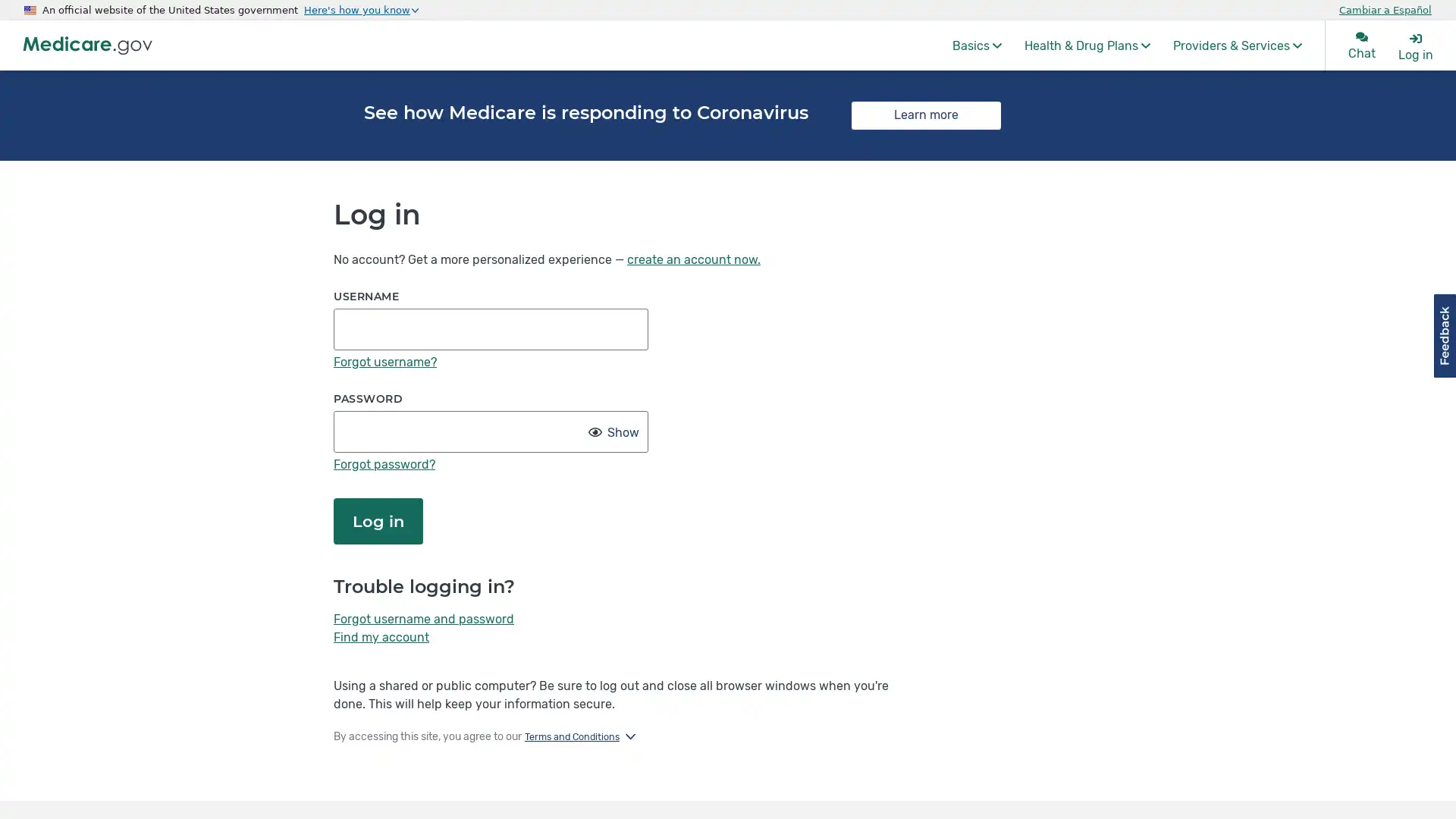  What do you see at coordinates (378, 519) in the screenshot?
I see `Log in` at bounding box center [378, 519].